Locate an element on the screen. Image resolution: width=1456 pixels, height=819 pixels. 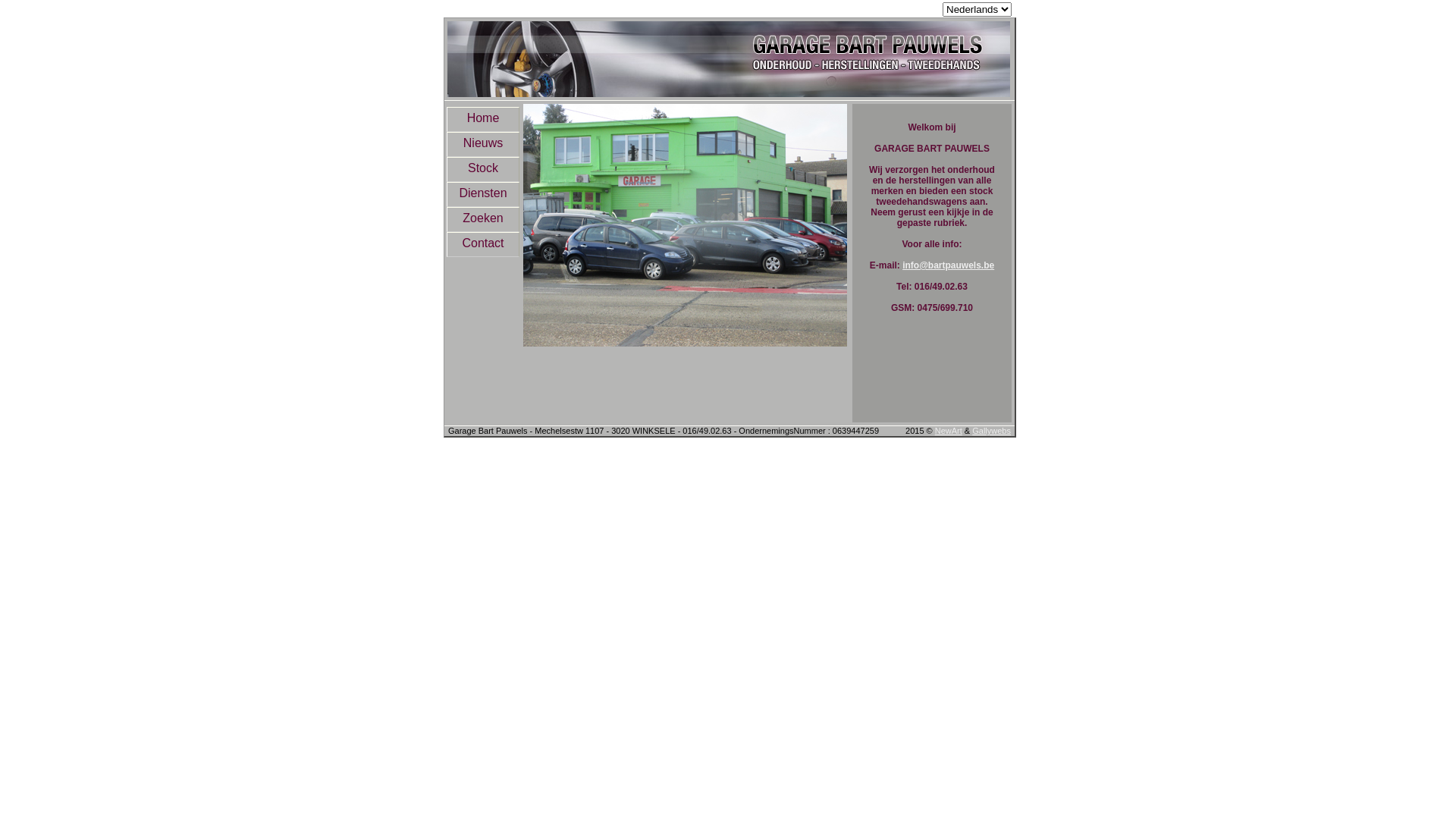
'Gallywebs' is located at coordinates (991, 430).